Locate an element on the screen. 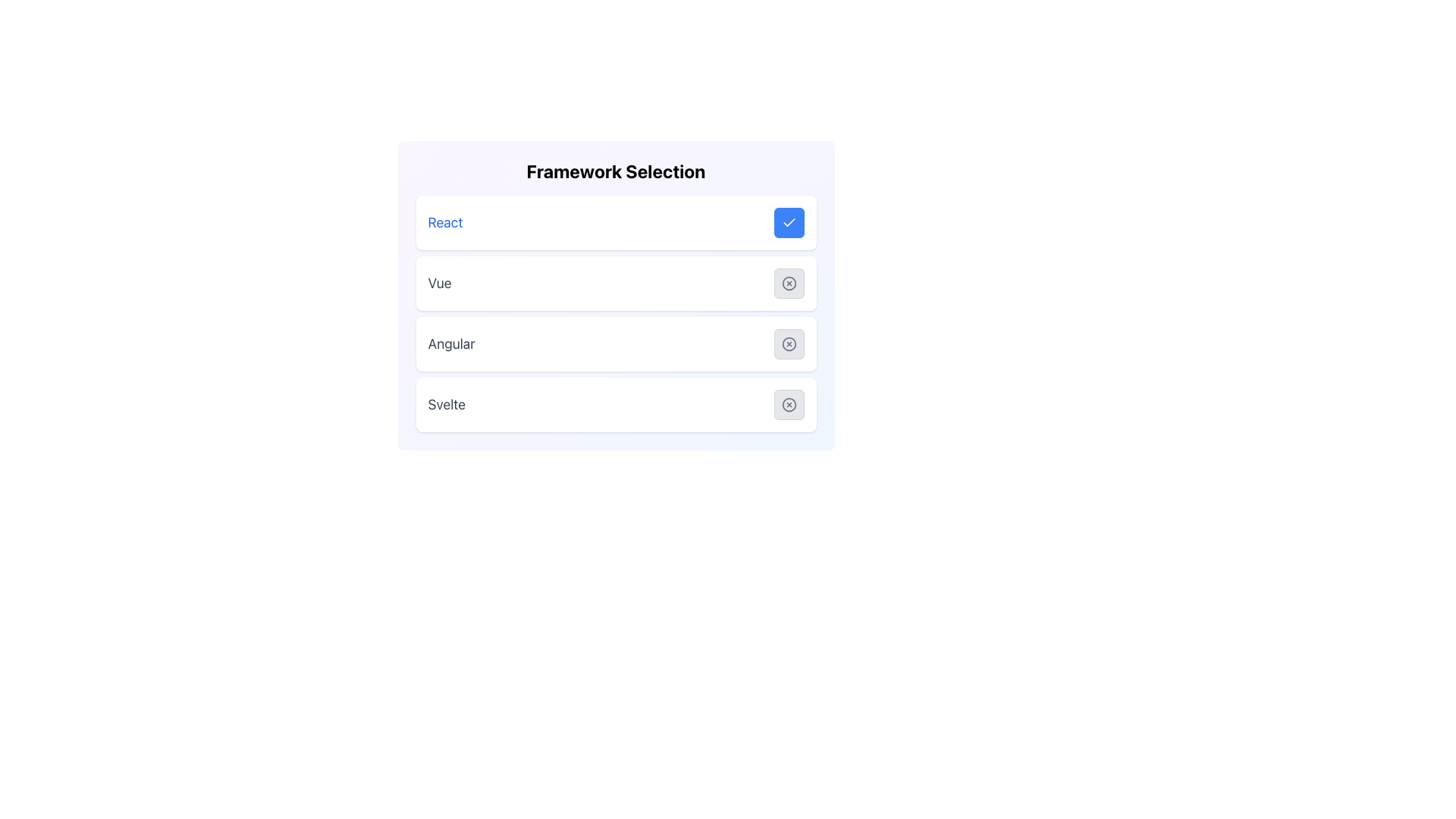 The image size is (1456, 819). the circular gray button with a cross icon, which is the second action button to the right of the text 'Angular' in the framework options list is located at coordinates (789, 344).